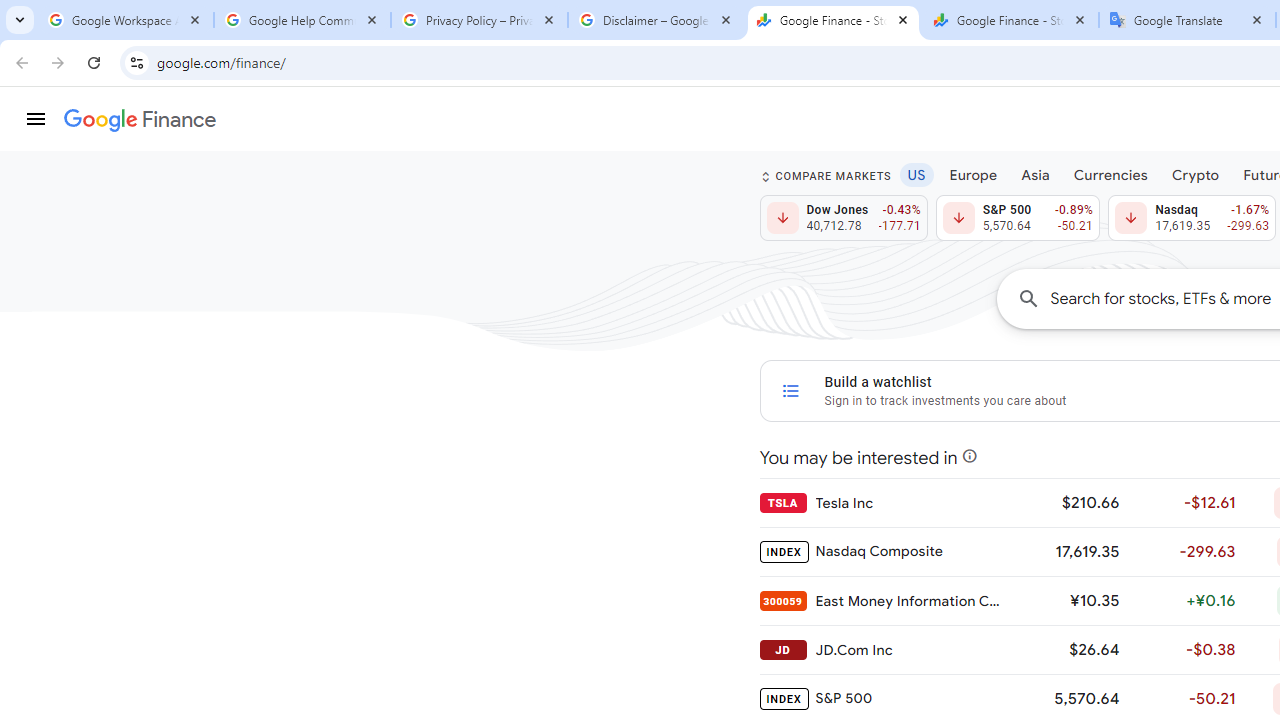 The height and width of the screenshot is (720, 1280). I want to click on 'US', so click(915, 173).